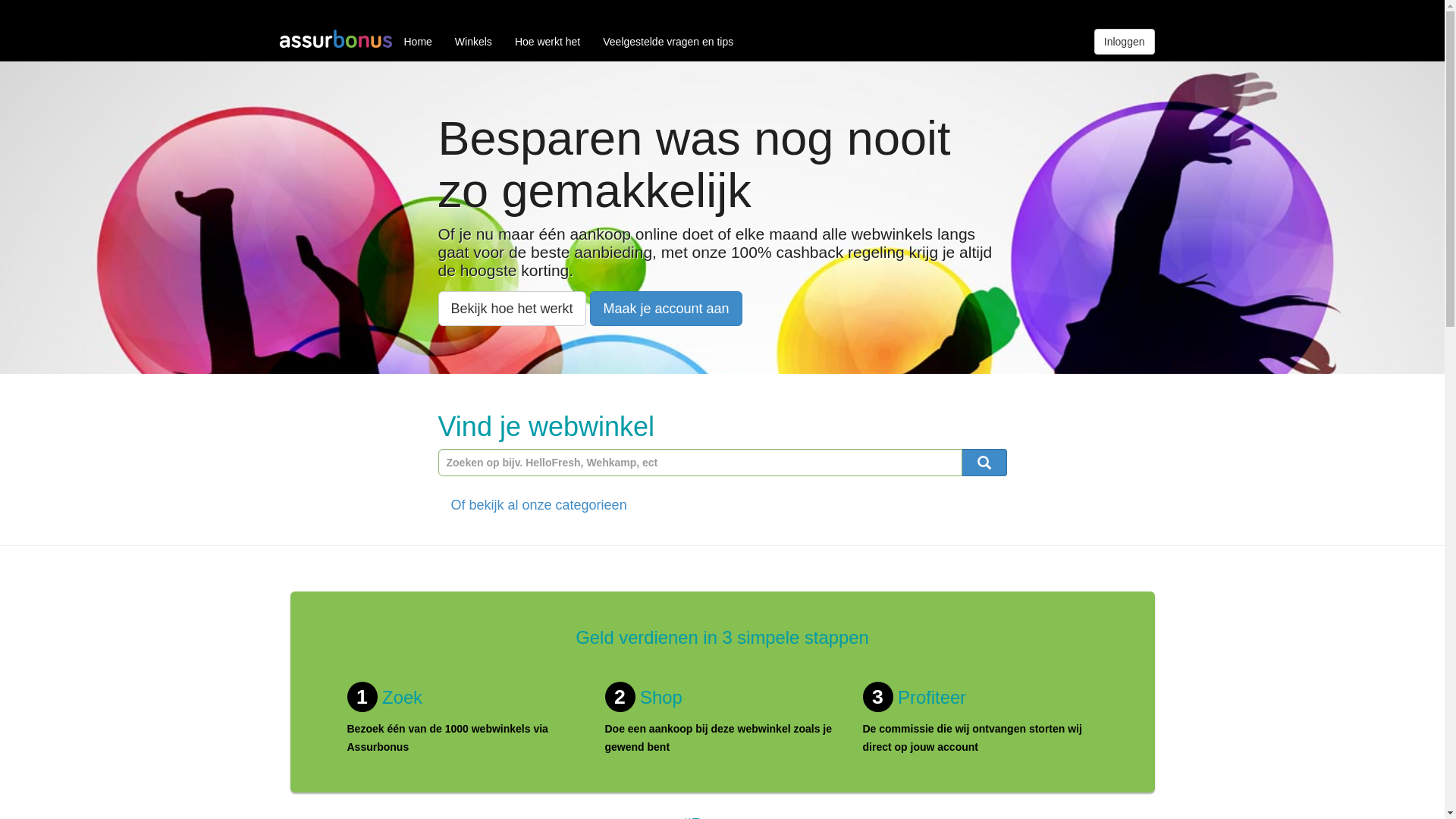  Describe the element at coordinates (472, 40) in the screenshot. I see `'Winkels'` at that location.